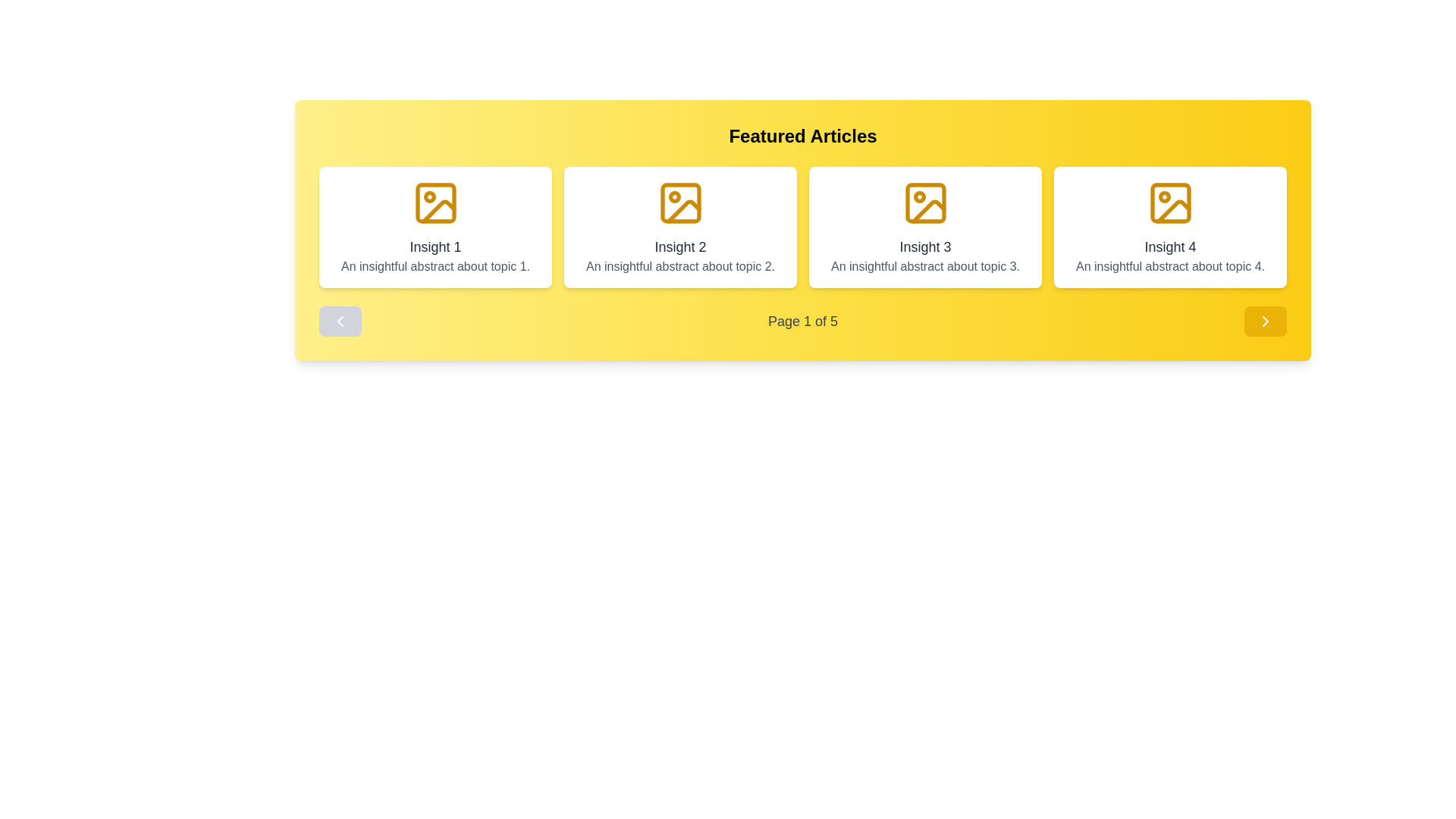 The width and height of the screenshot is (1456, 819). I want to click on the text snippet 'An insightful abstract about topic 2.' which is styled with gray font color and located in the white background card labeled 'Insight 2', so click(679, 265).